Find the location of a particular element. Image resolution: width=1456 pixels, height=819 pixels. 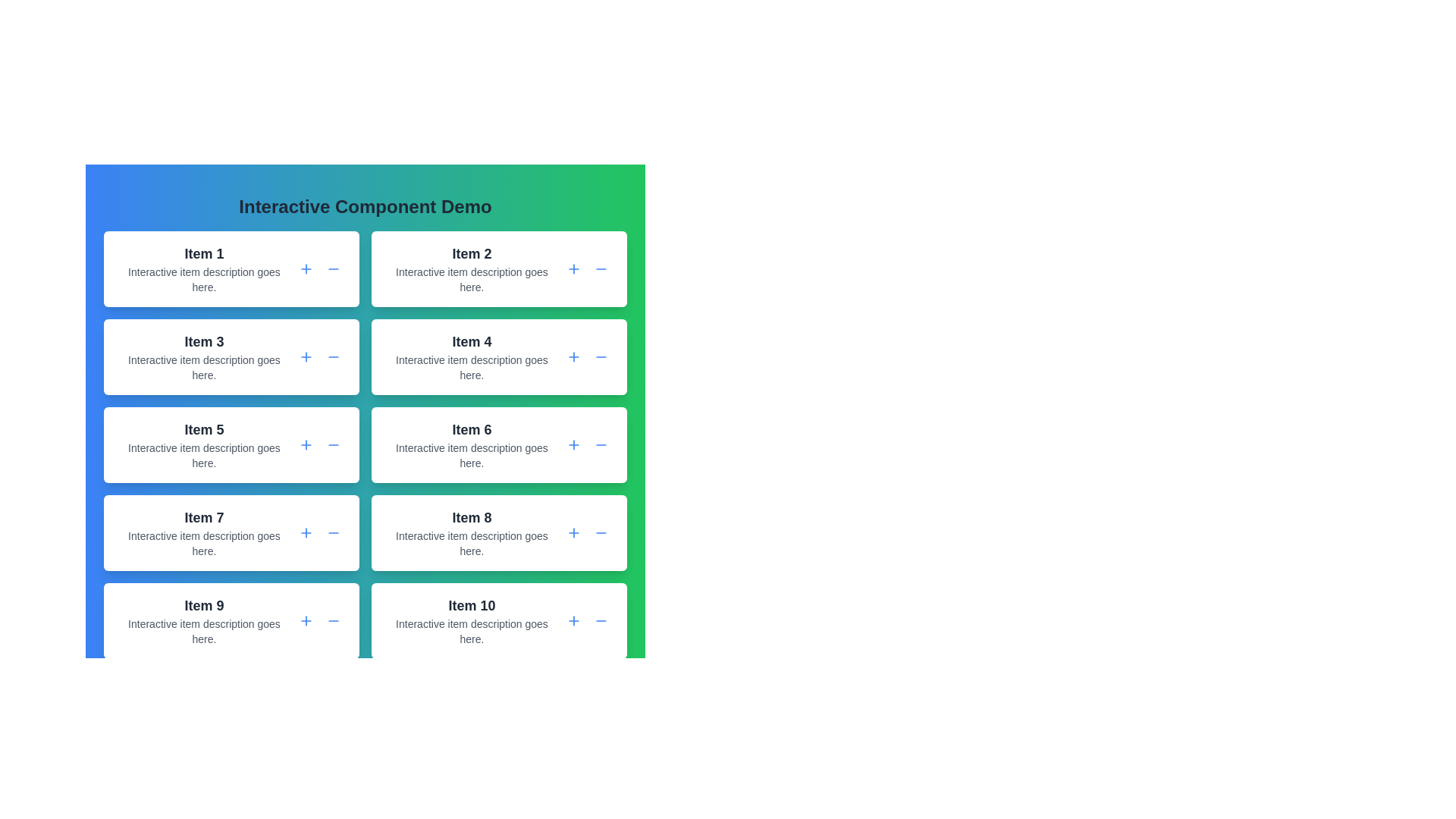

the interactive button represented as an SVG icon that is located beside the '-' icon for 'Item 8' is located at coordinates (573, 532).